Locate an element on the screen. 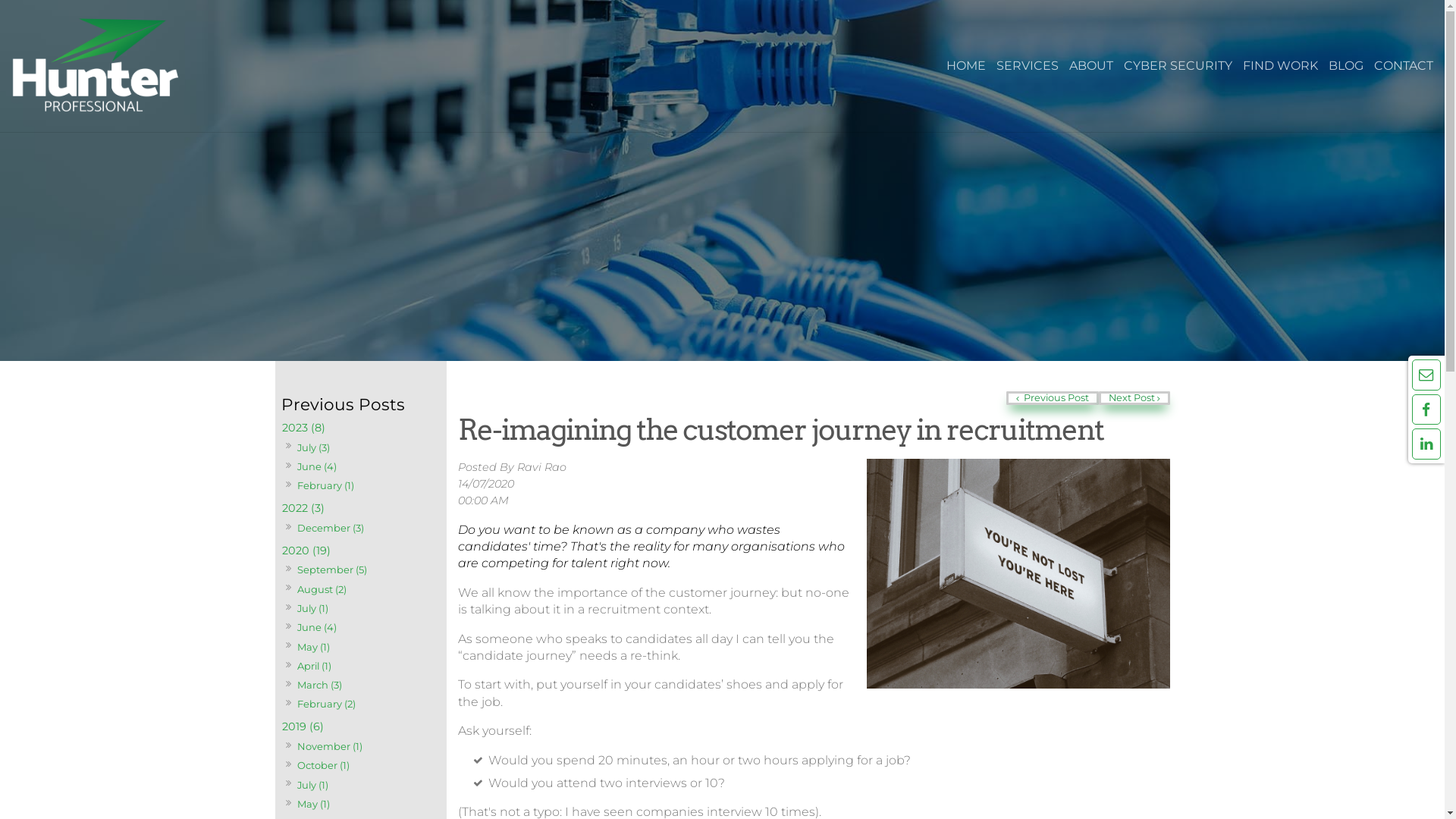  'Previous Post' is located at coordinates (1006, 397).